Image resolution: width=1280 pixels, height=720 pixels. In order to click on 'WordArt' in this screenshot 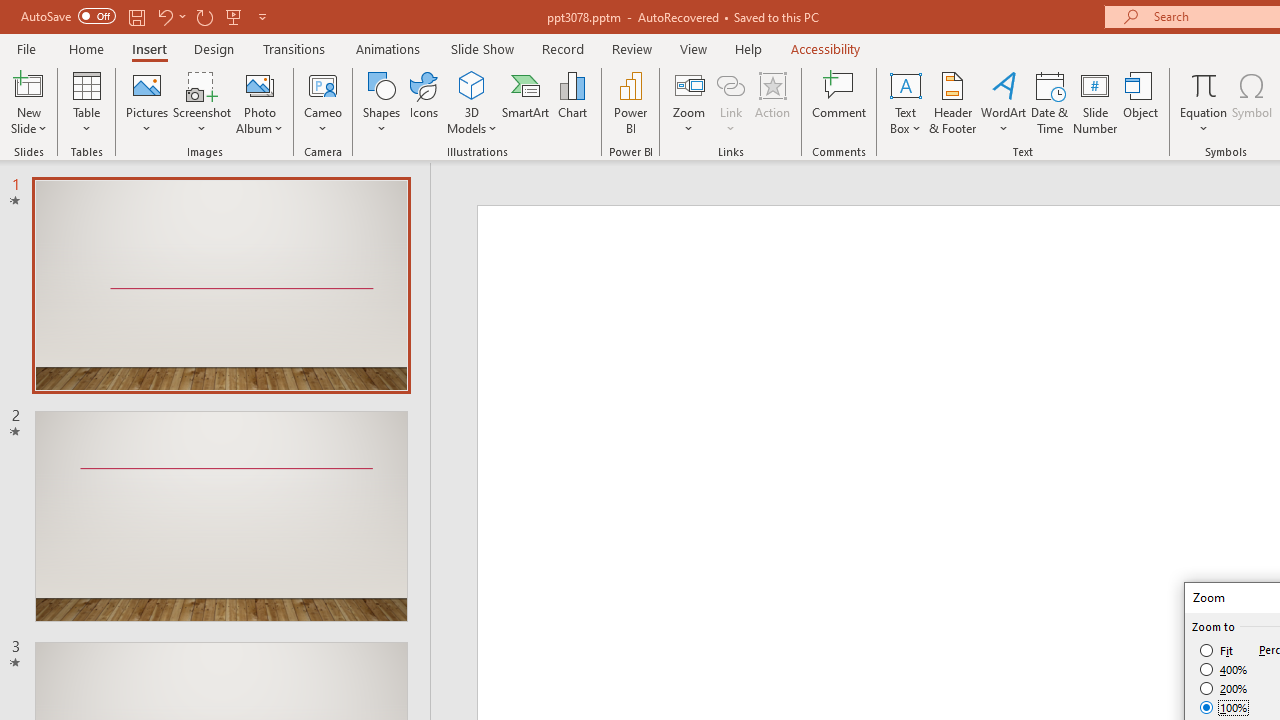, I will do `click(1004, 103)`.